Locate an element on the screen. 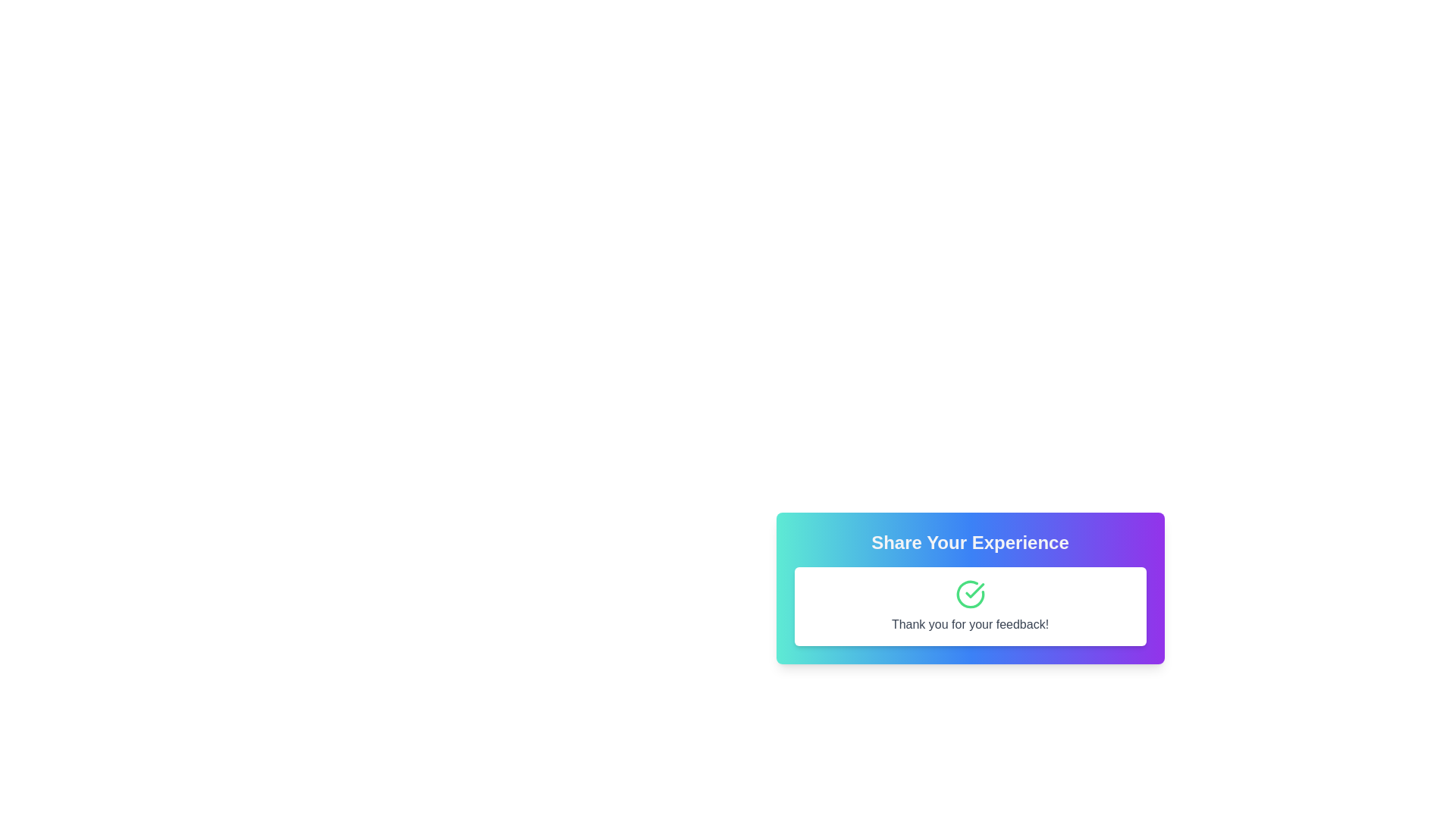 This screenshot has width=1456, height=819. the modal dialog box titled 'Share Your Experience' to read its content is located at coordinates (969, 617).